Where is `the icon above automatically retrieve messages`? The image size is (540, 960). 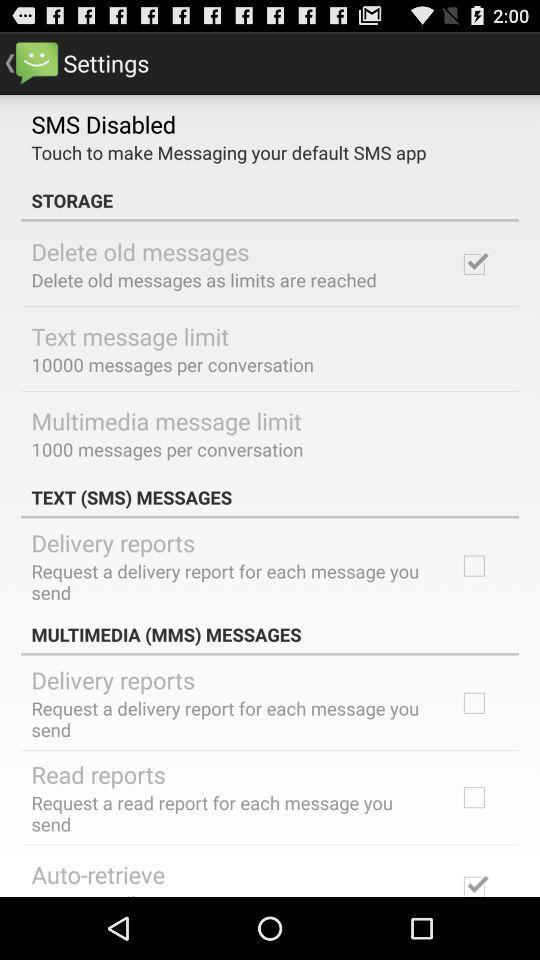 the icon above automatically retrieve messages is located at coordinates (97, 873).